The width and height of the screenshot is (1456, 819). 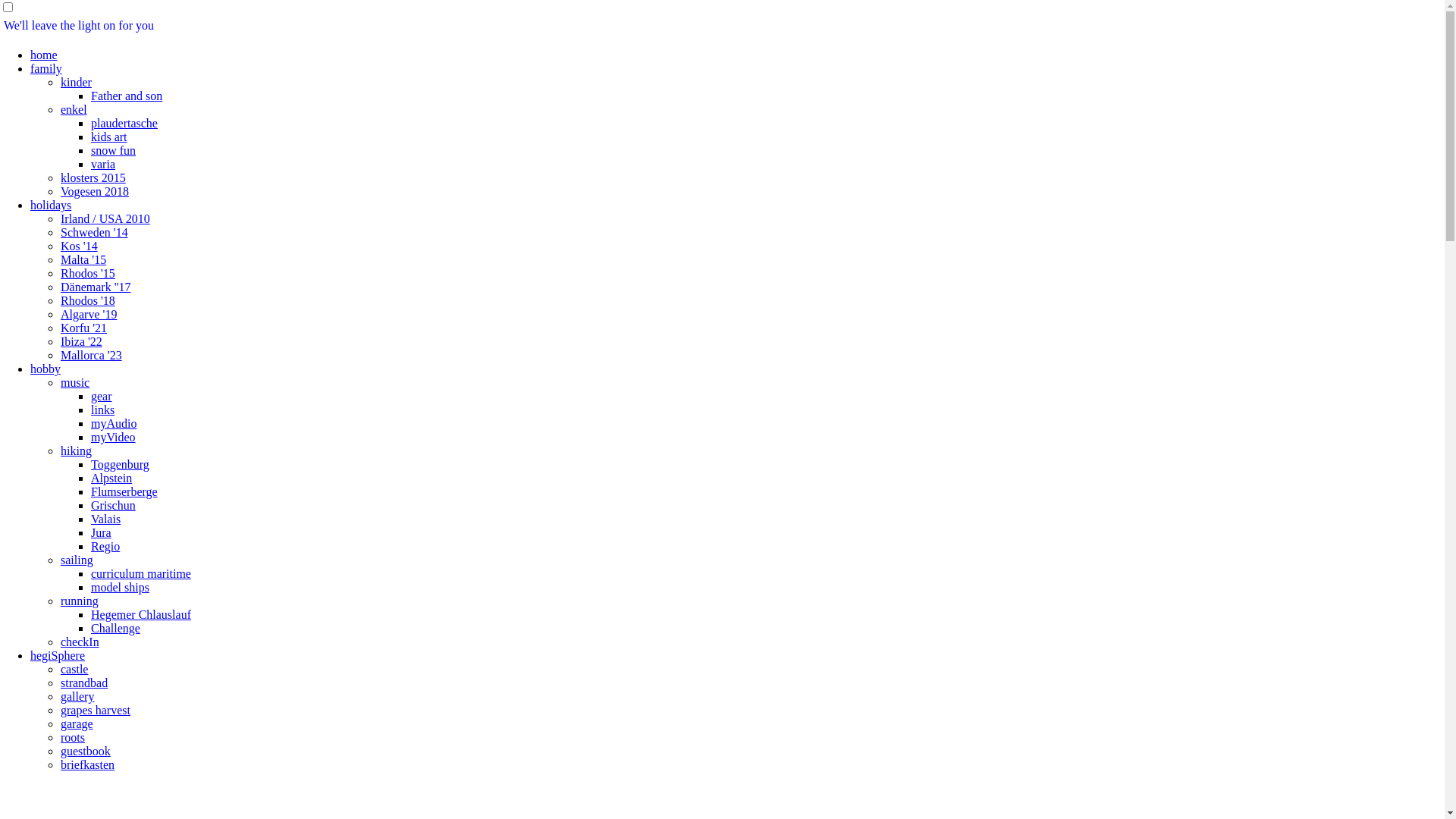 What do you see at coordinates (75, 82) in the screenshot?
I see `'kinder'` at bounding box center [75, 82].